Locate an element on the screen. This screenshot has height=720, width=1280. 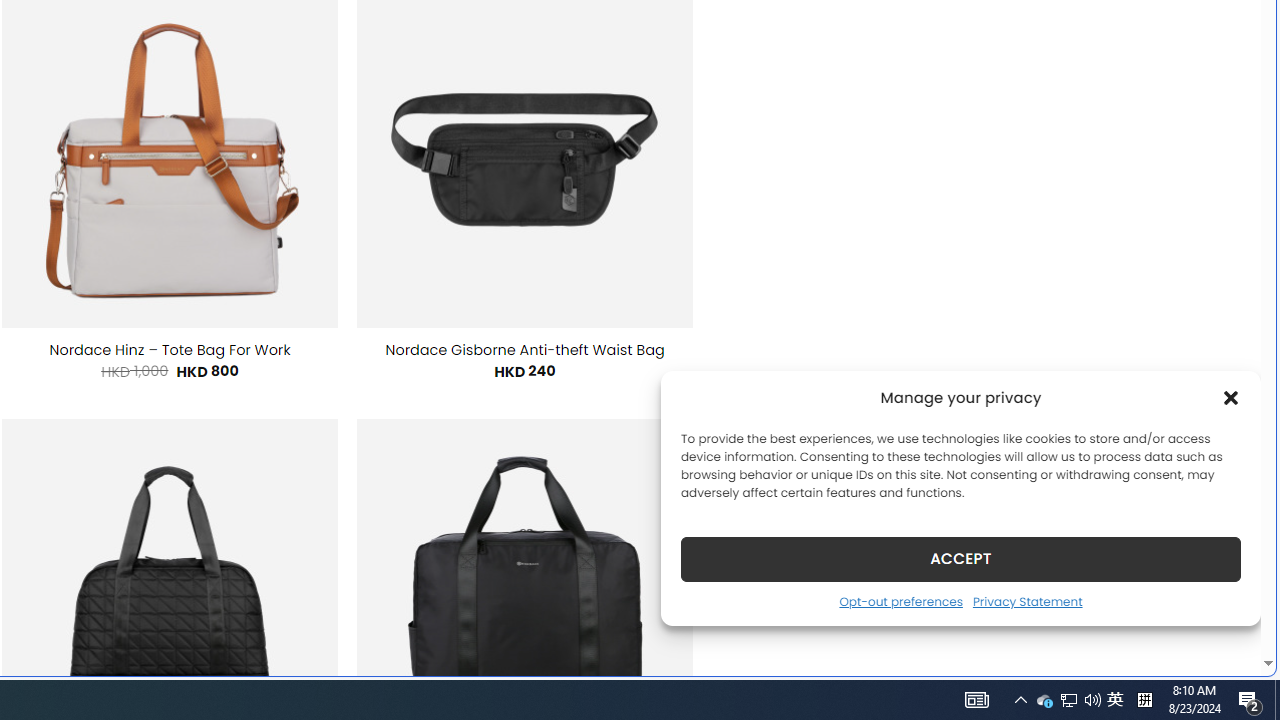
'Class: cmplz-close' is located at coordinates (1230, 397).